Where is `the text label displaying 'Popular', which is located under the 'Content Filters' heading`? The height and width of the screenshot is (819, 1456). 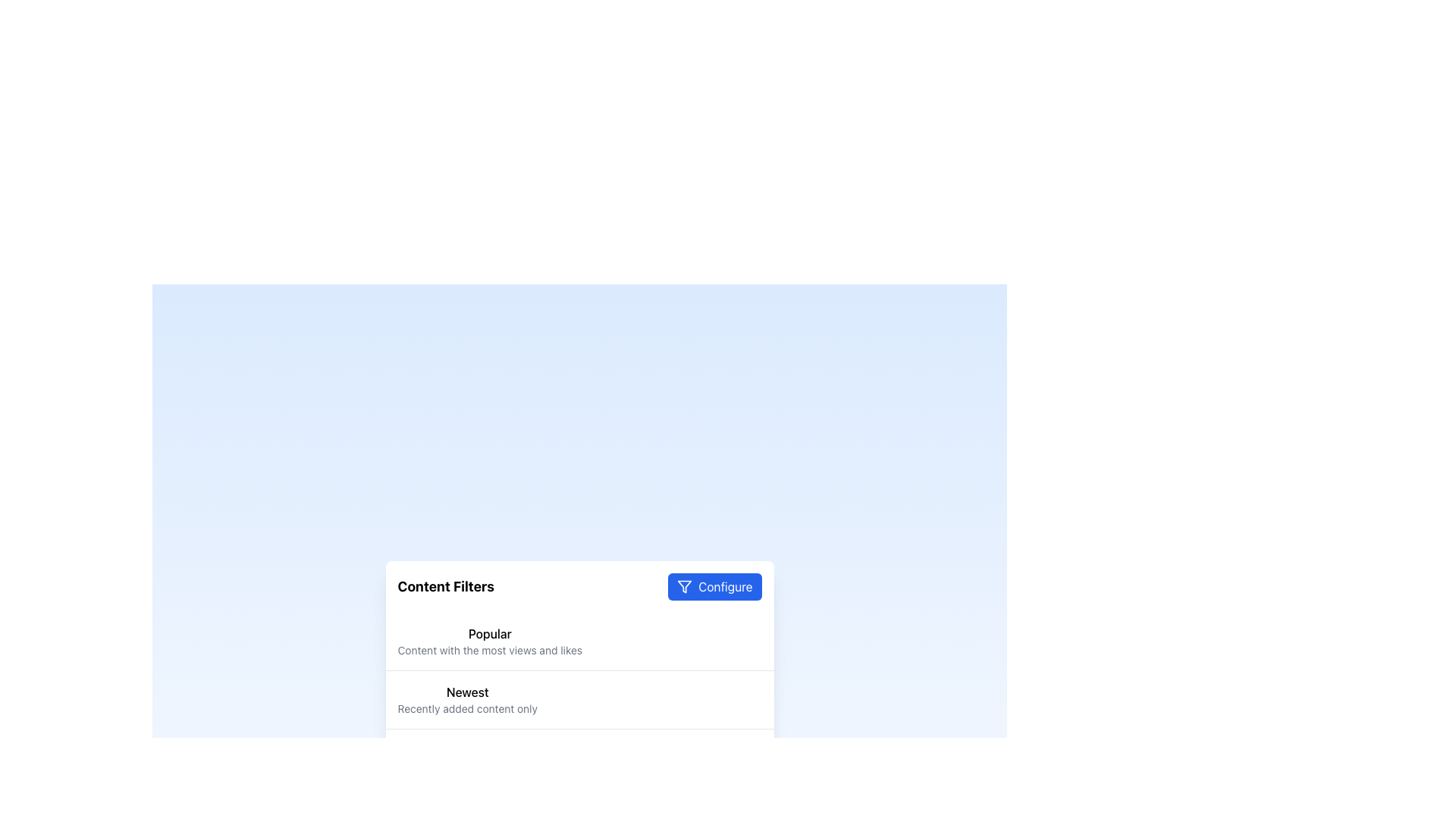
the text label displaying 'Popular', which is located under the 'Content Filters' heading is located at coordinates (490, 634).